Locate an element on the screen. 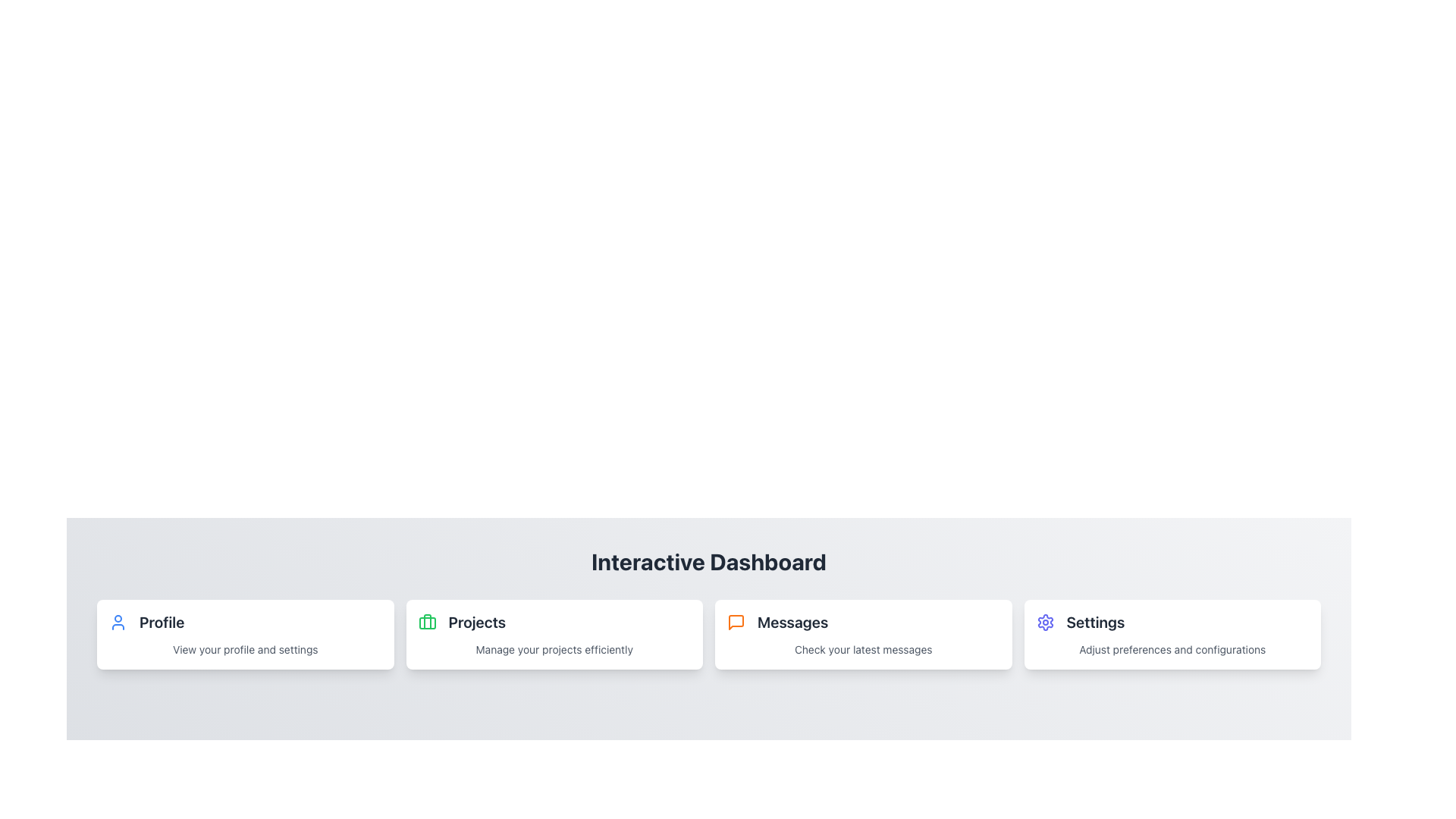  the text label indicating the settings section, which is positioned in the rightmost column of a horizontally aligned set of cards, following a graphical icon is located at coordinates (1095, 623).